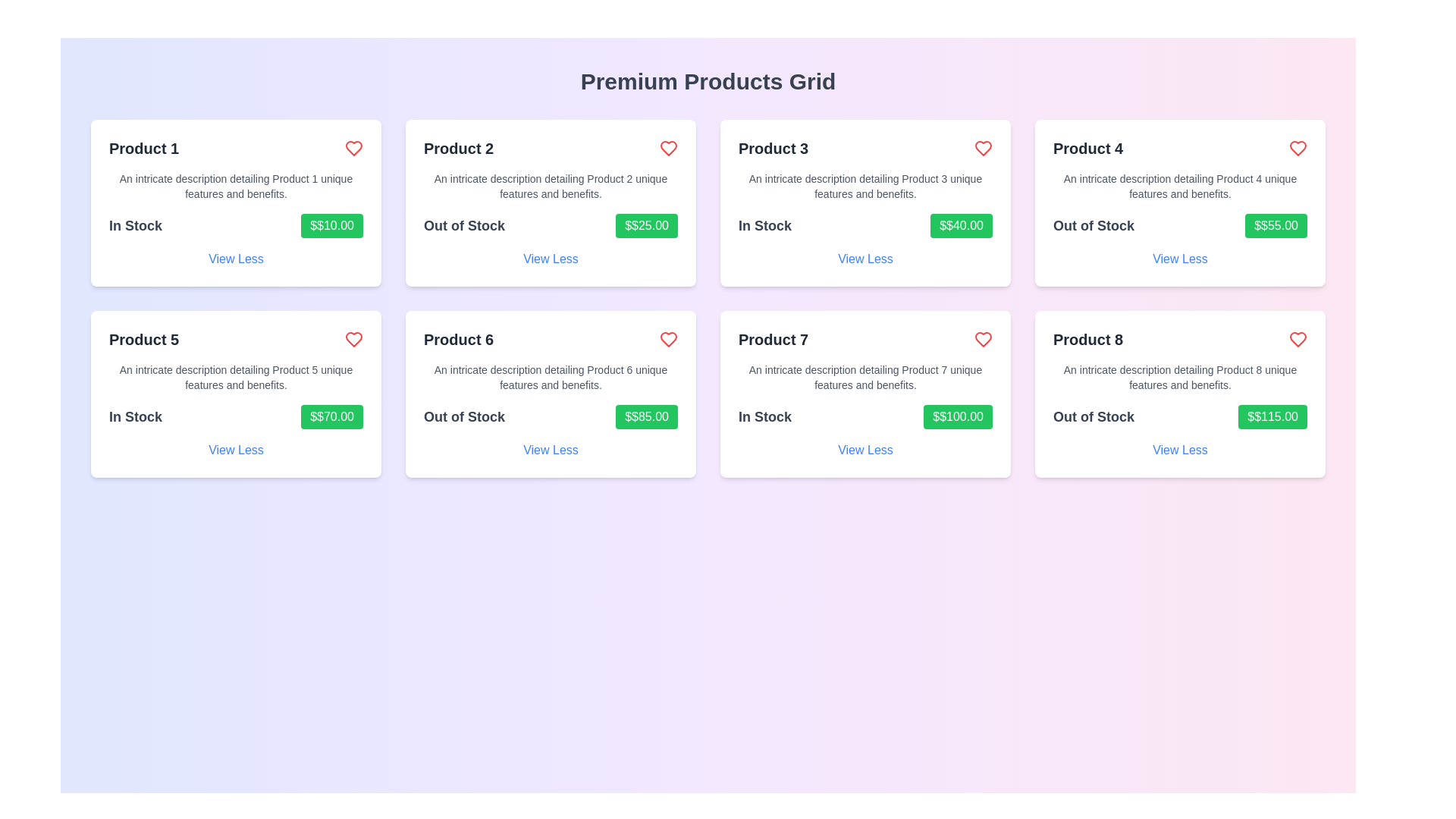 The image size is (1456, 819). I want to click on text block describing the features and benefits of 'Product 8', which is styled in a small-sized gray font and contains the content: 'An intricate description detailing Product 8 unique features and benefits.', so click(1179, 376).